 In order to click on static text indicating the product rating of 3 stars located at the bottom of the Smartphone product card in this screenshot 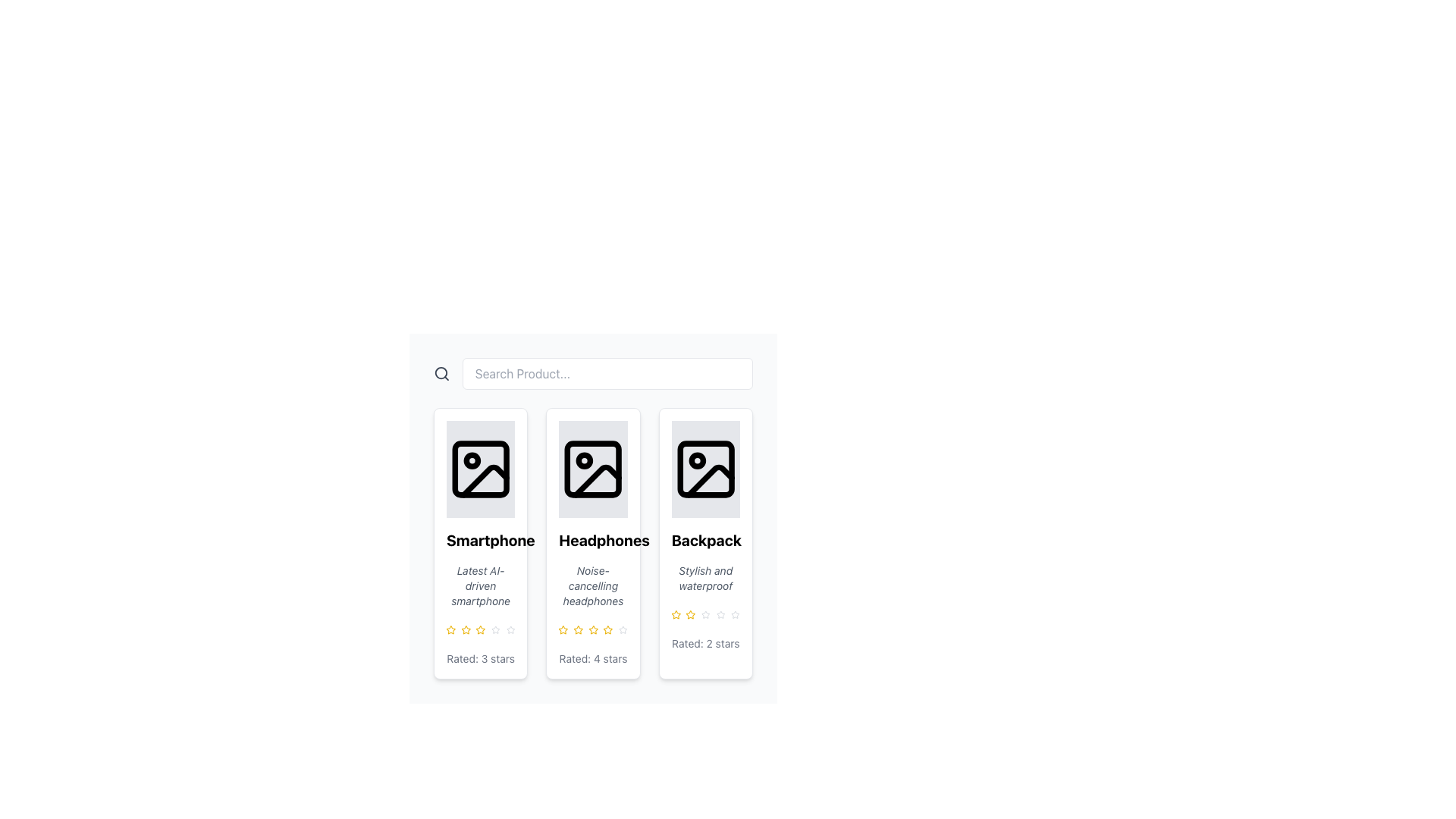, I will do `click(480, 657)`.